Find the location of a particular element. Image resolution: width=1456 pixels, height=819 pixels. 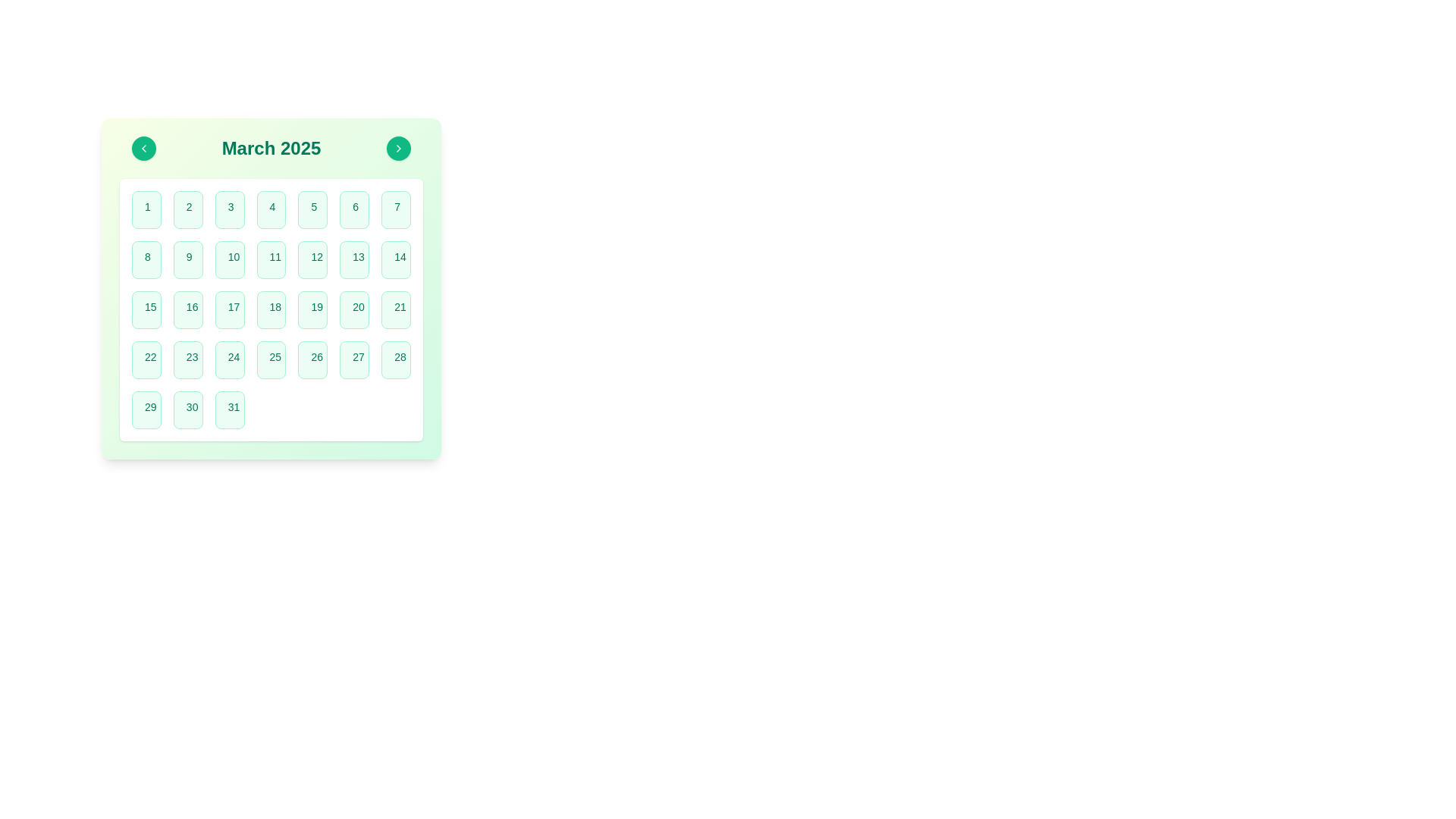

the clickable calendar date element representing the 24th date is located at coordinates (229, 359).